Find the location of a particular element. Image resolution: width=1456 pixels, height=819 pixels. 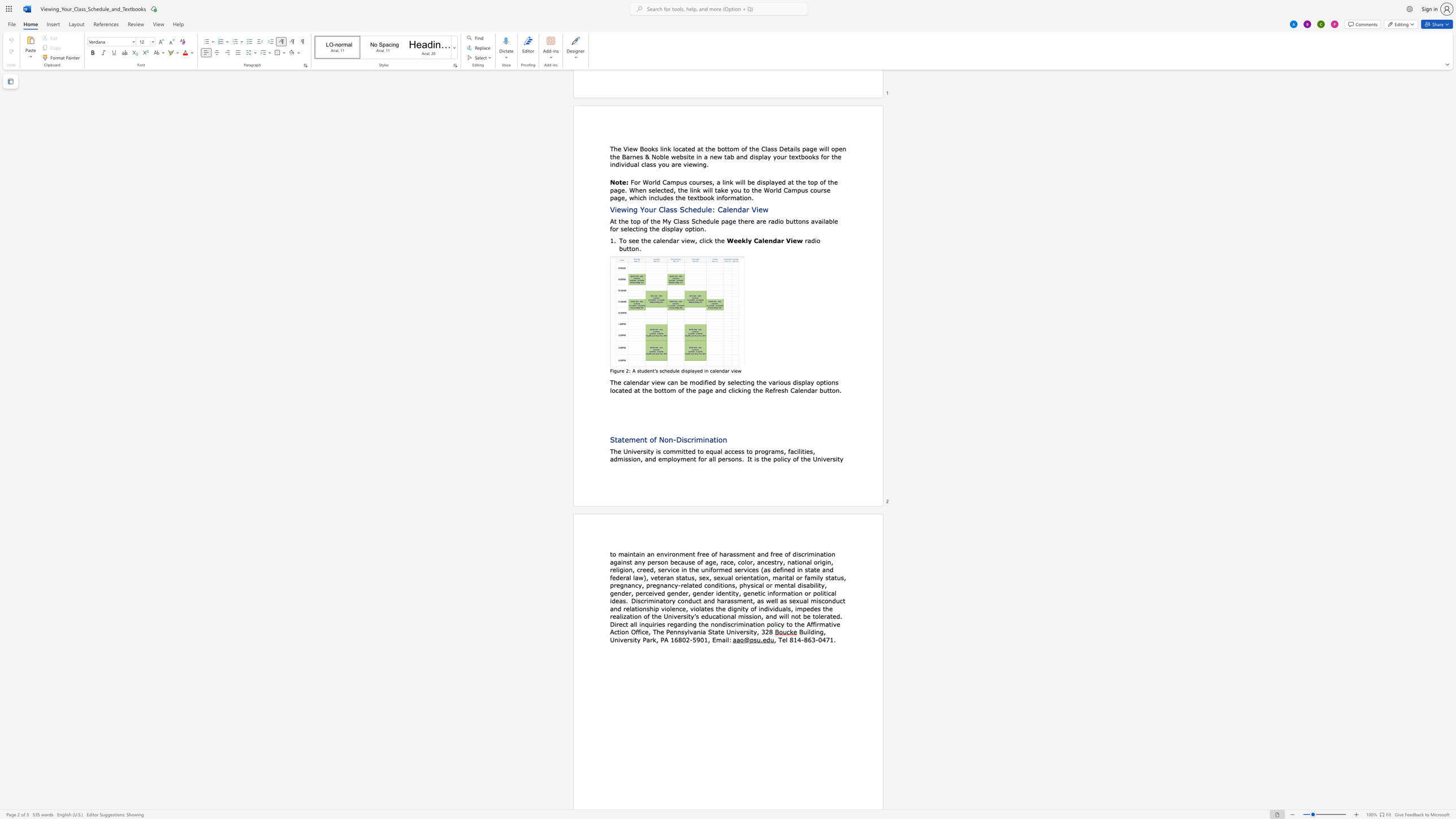

the 1th character "l" in the text is located at coordinates (786, 639).